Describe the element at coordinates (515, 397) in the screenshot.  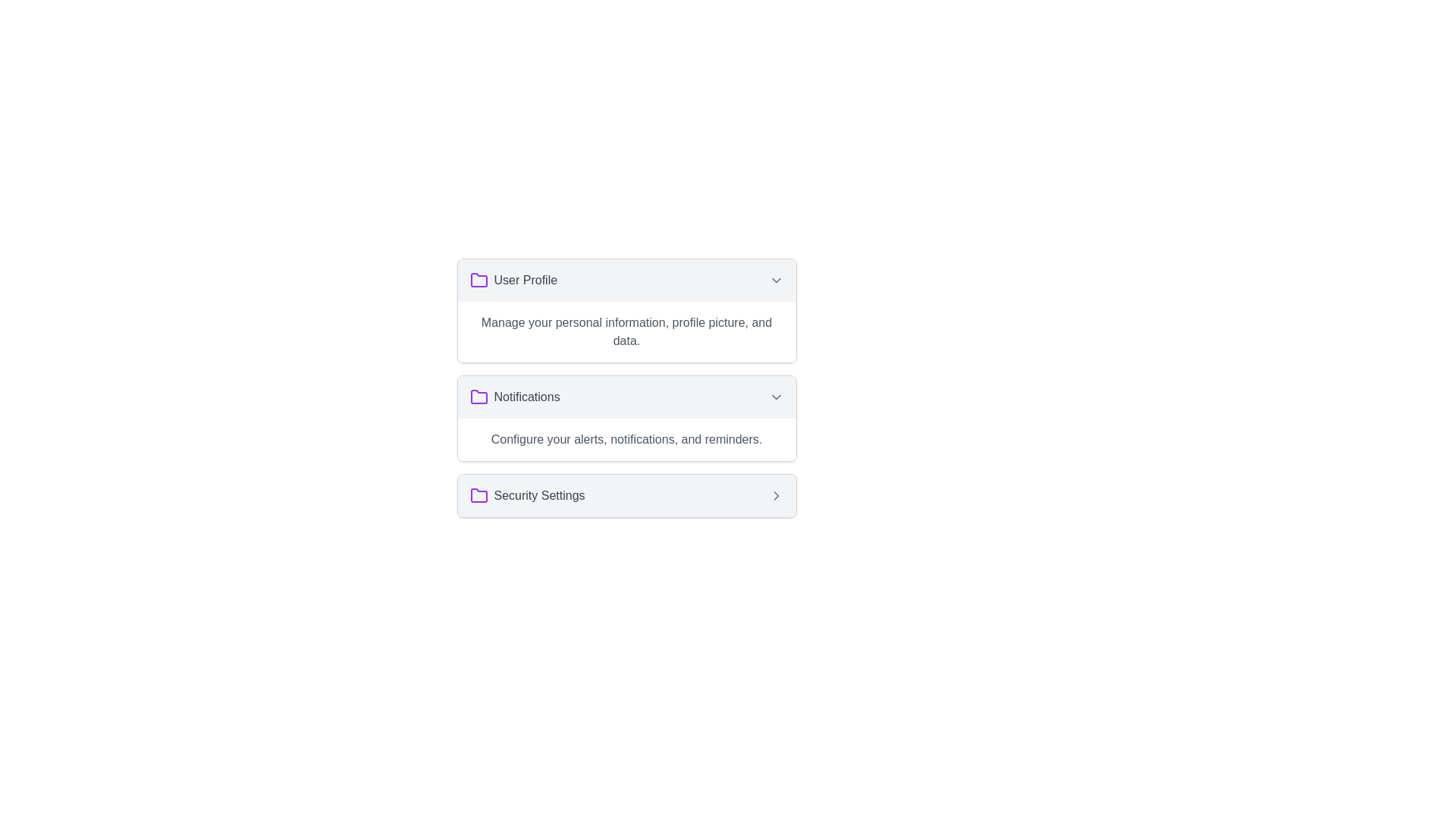
I see `the navigation item for notification settings, which is located in the second row of the vertical list, between 'User Profile' and 'Security Settings'` at that location.